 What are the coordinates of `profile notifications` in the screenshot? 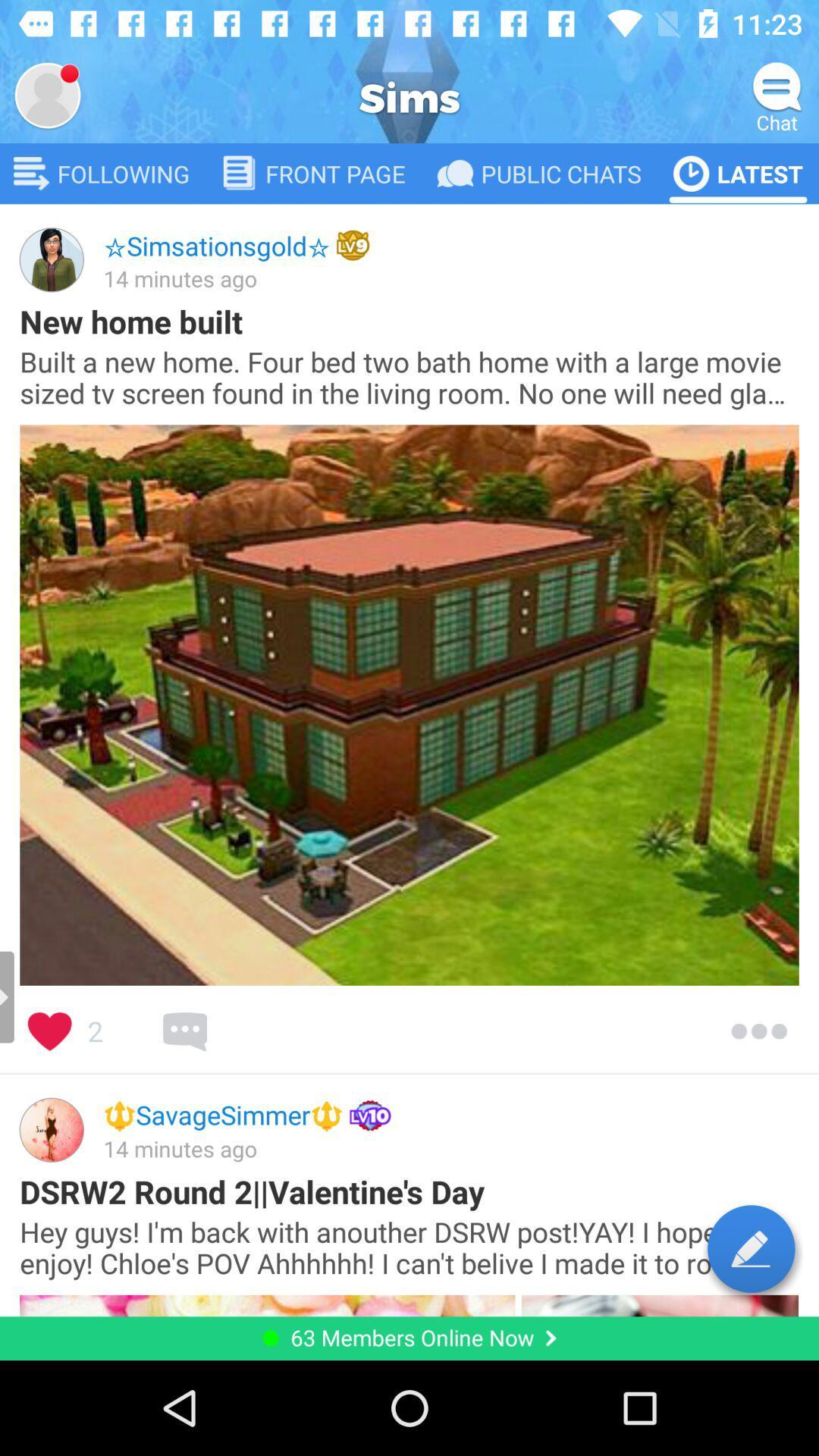 It's located at (46, 94).